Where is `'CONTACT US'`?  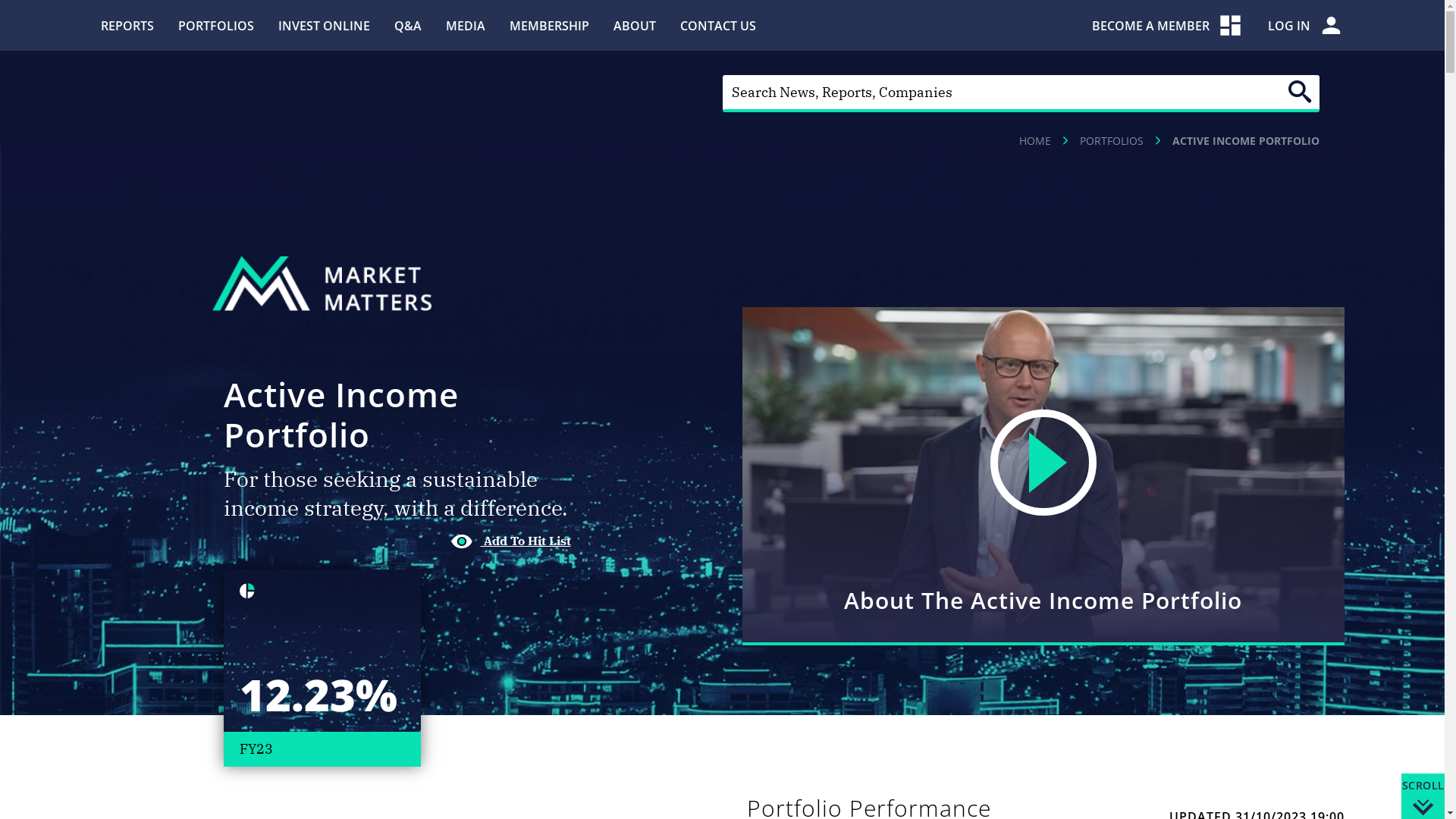
'CONTACT US' is located at coordinates (679, 25).